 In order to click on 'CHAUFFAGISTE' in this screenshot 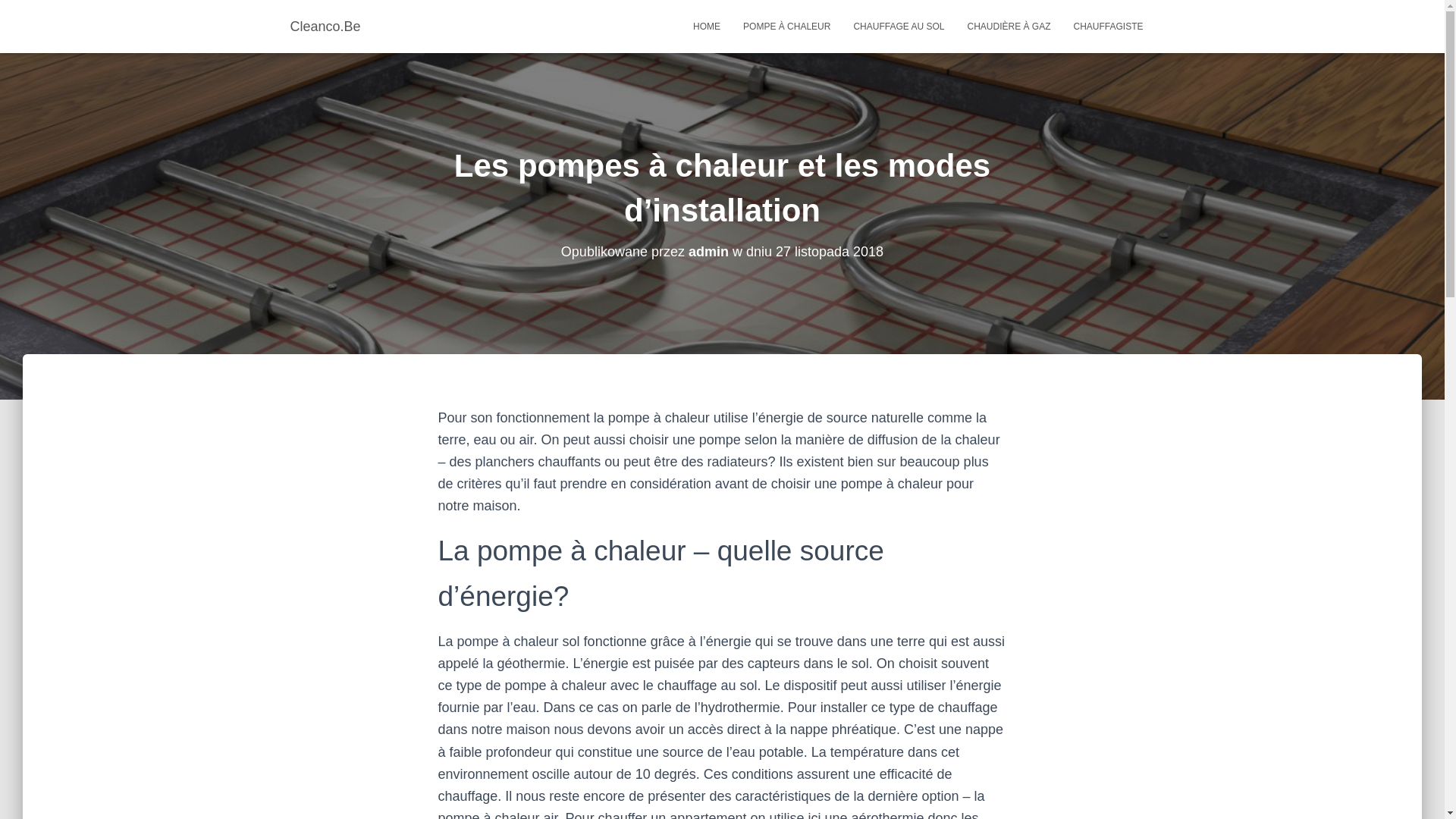, I will do `click(1107, 26)`.